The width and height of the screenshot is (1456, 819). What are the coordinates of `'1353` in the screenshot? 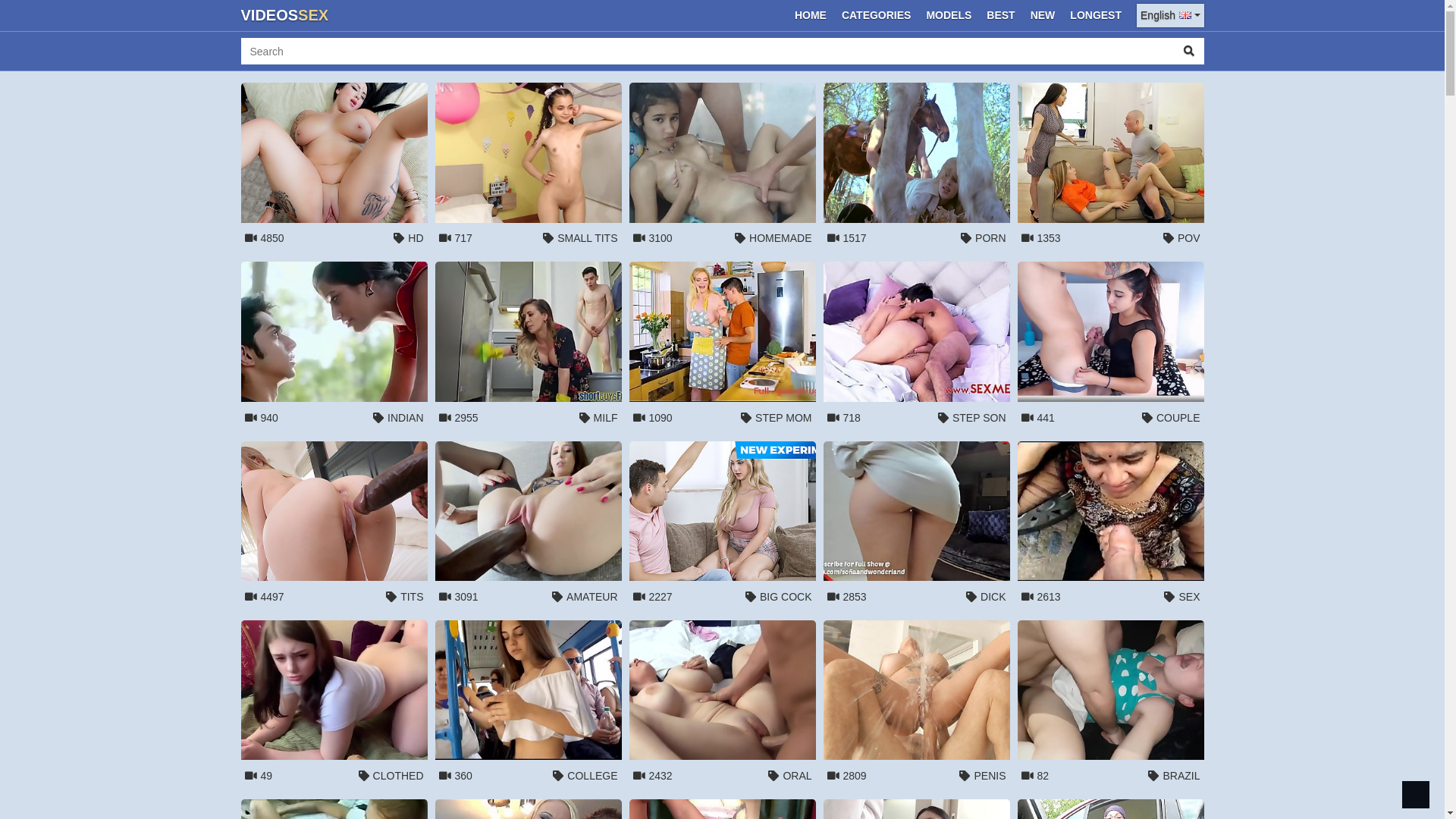 It's located at (1110, 168).